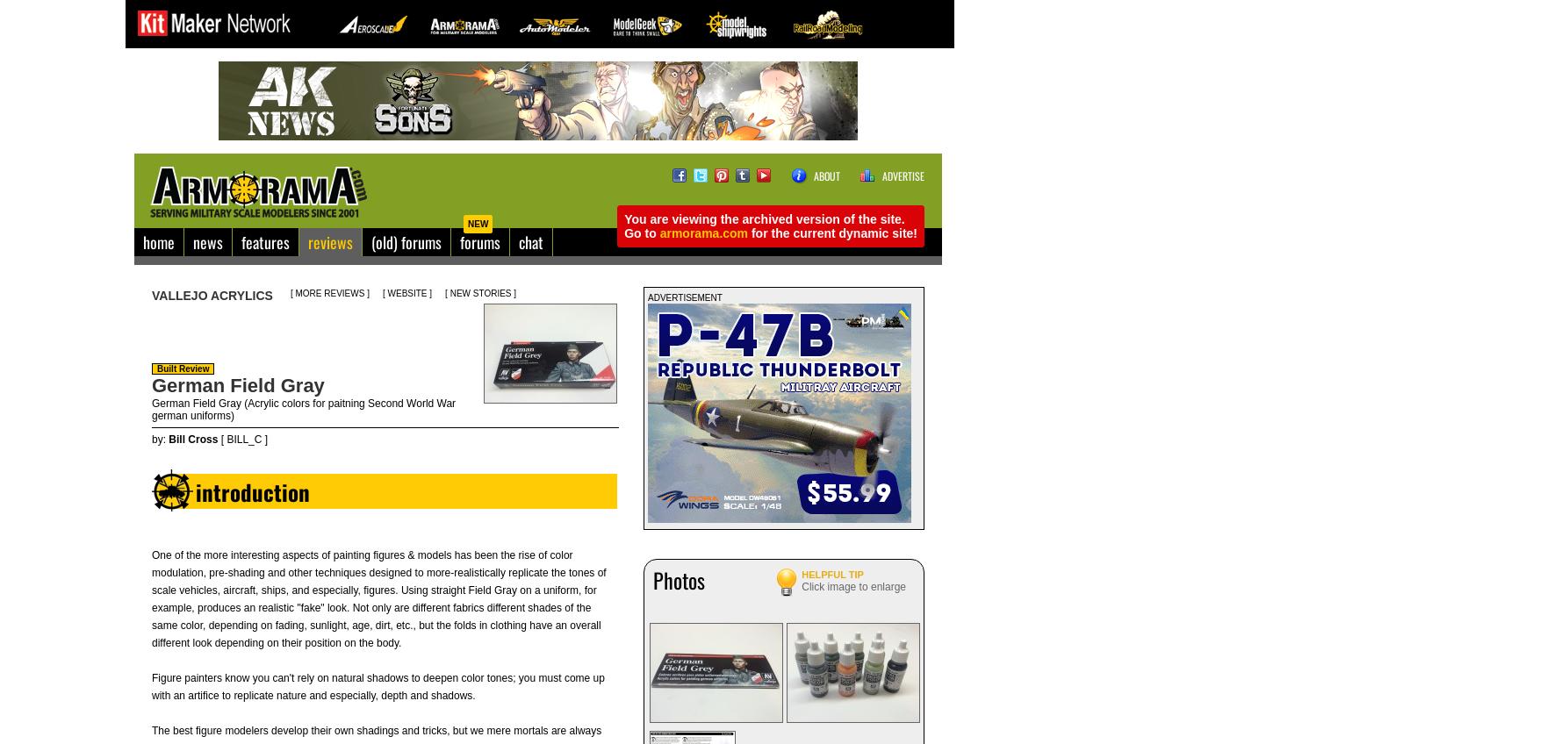  I want to click on 'Click image to enlarge', so click(853, 585).